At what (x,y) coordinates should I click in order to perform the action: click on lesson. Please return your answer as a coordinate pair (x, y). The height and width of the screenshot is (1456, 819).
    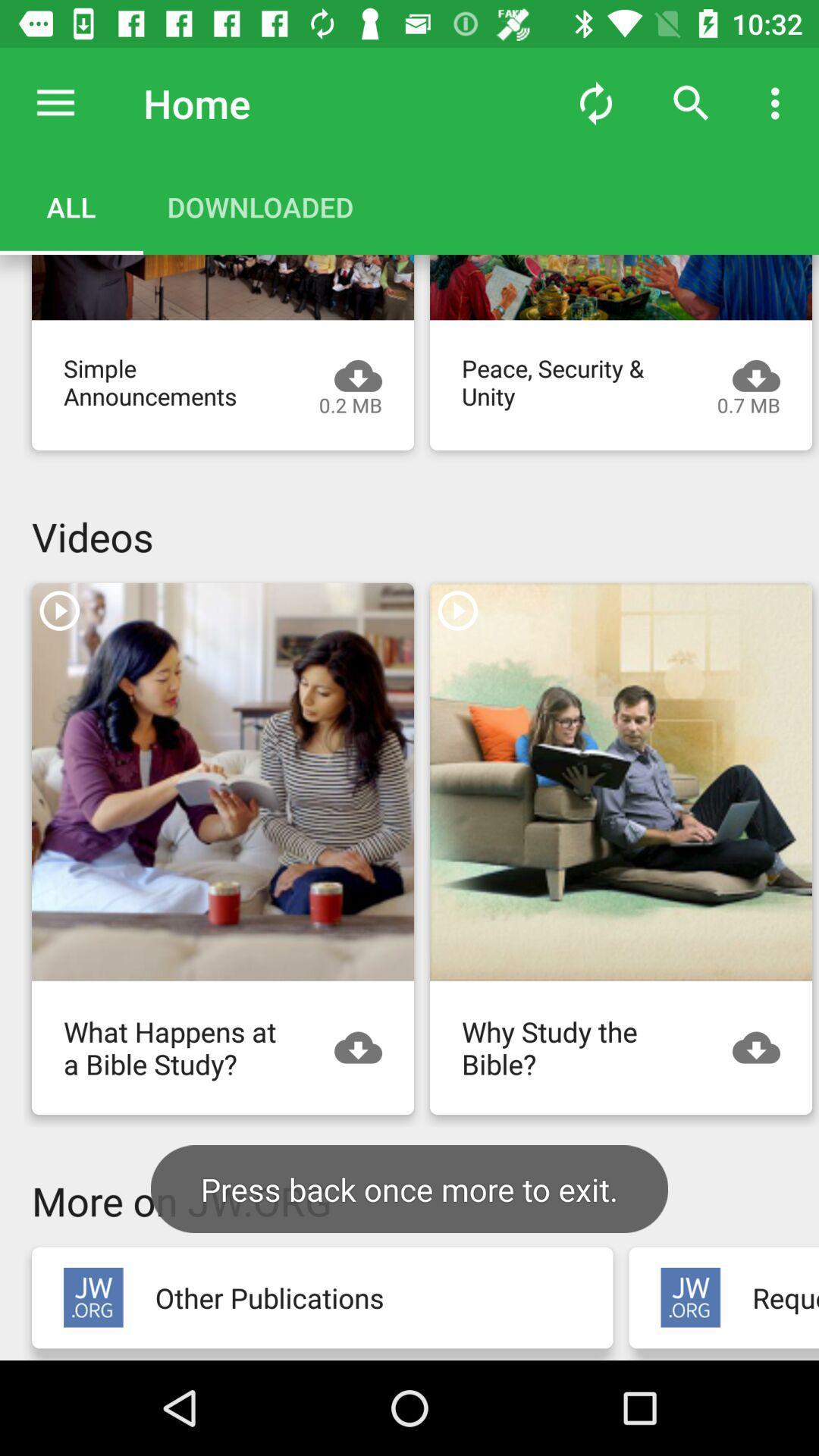
    Looking at the image, I should click on (222, 287).